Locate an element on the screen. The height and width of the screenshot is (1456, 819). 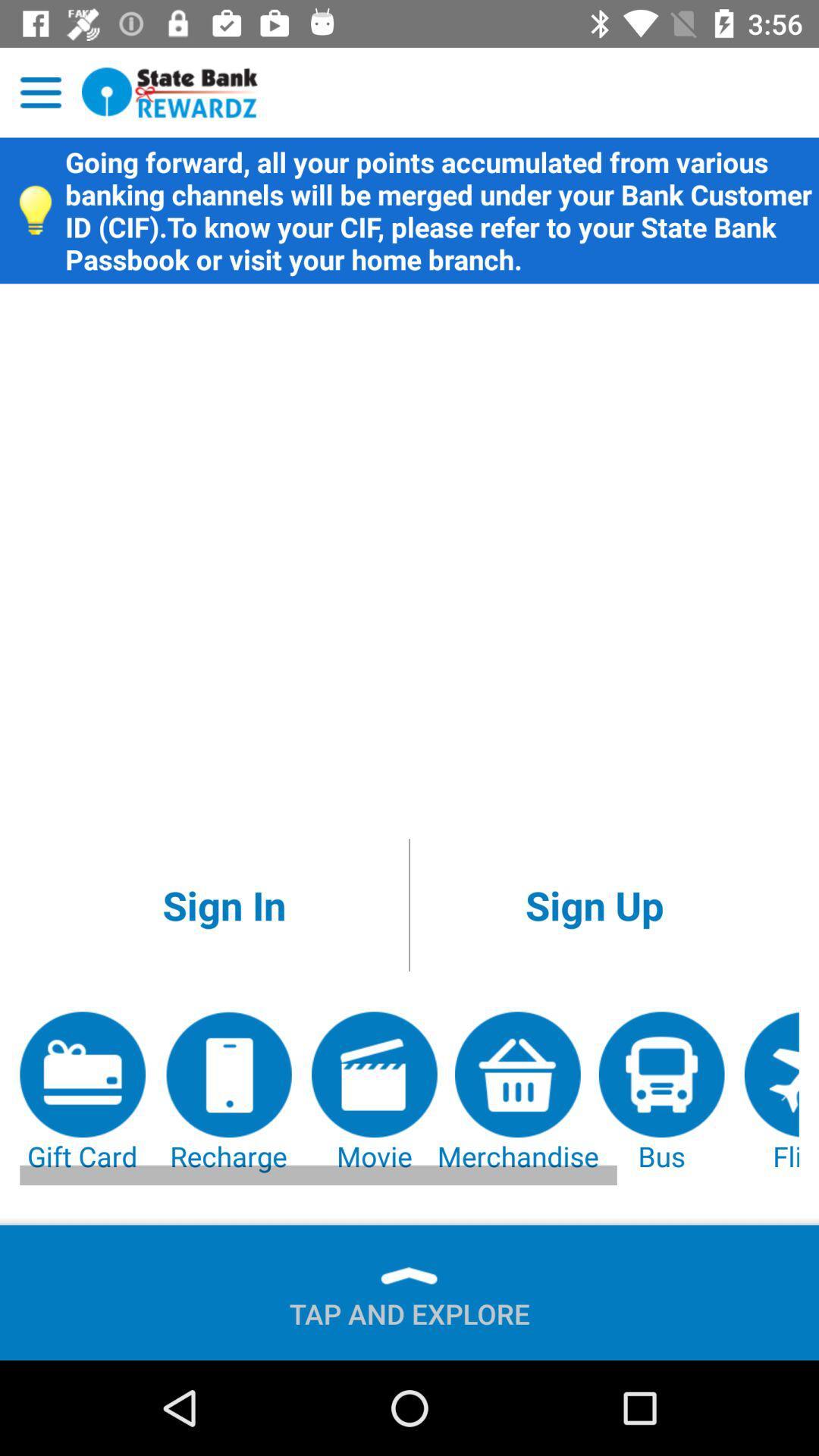
item below the gift card icon is located at coordinates (409, 1307).